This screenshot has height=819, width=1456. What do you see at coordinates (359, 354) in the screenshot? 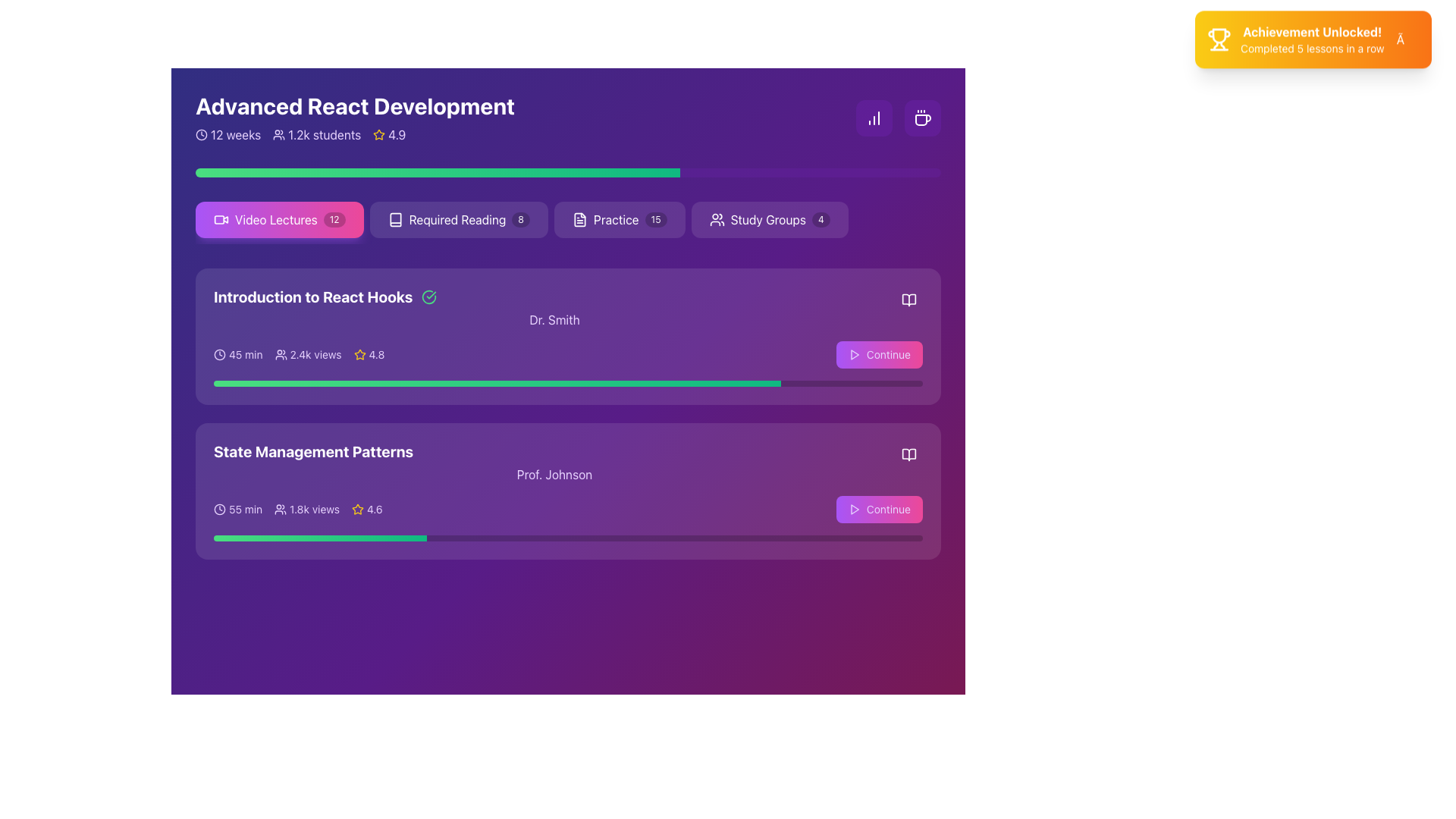
I see `the yellow star icon associated with the rating of '4.8' in the 'Introduction to React Hooks' card to interact with it` at bounding box center [359, 354].